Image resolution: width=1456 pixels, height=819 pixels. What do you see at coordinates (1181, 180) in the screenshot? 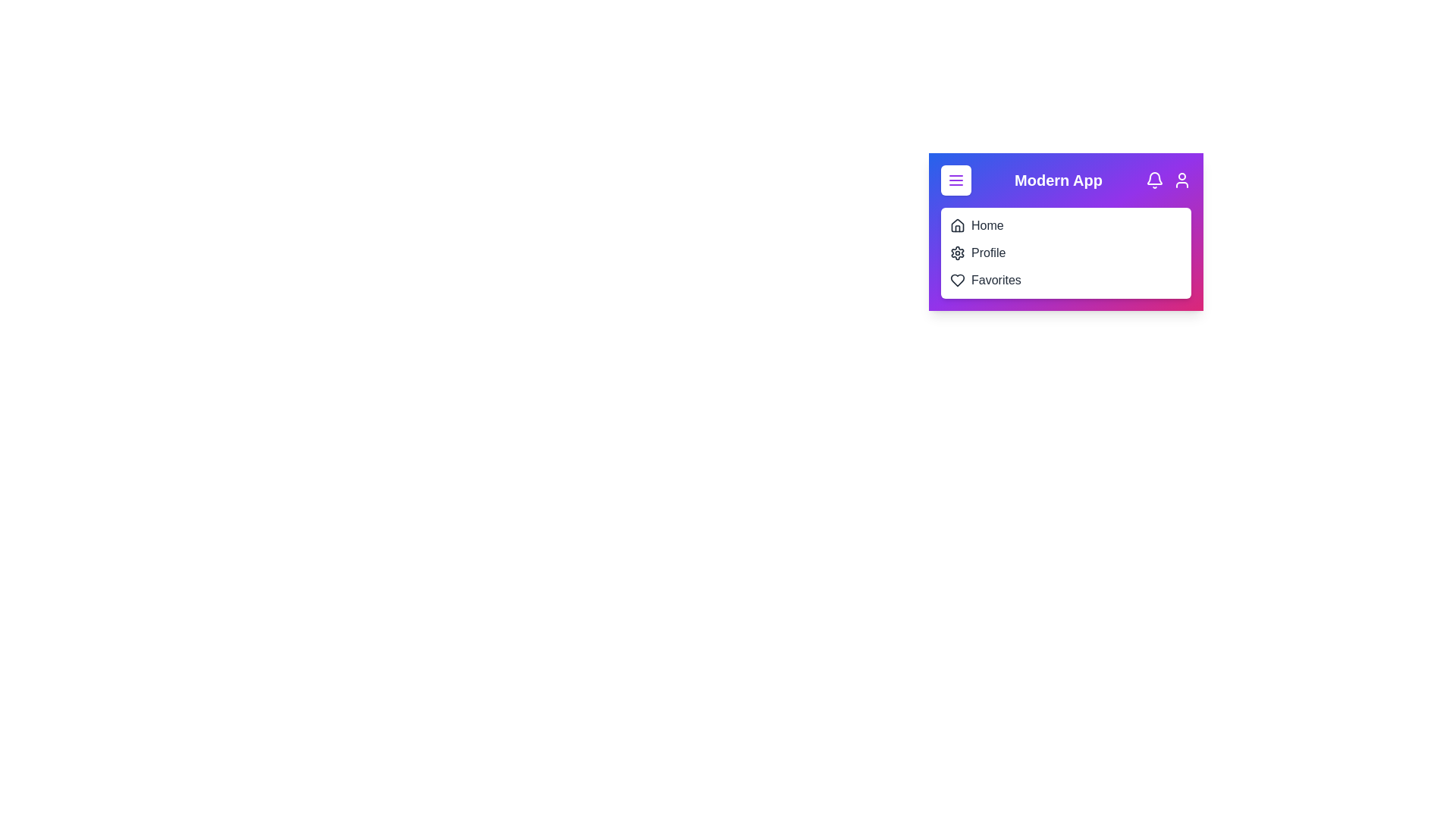
I see `the user profile button in the app bar` at bounding box center [1181, 180].